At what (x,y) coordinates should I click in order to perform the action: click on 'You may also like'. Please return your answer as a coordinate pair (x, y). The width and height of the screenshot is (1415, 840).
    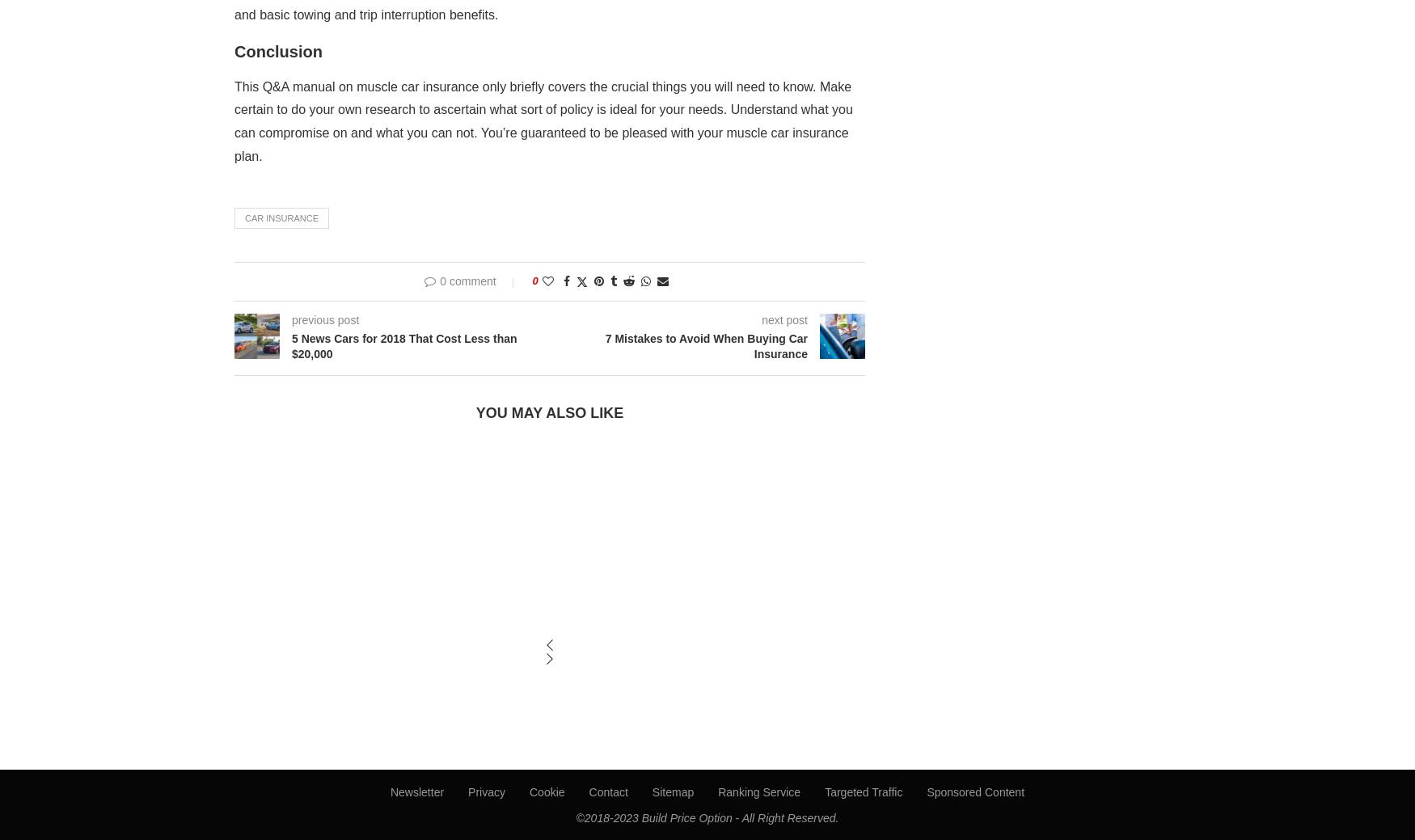
    Looking at the image, I should click on (548, 412).